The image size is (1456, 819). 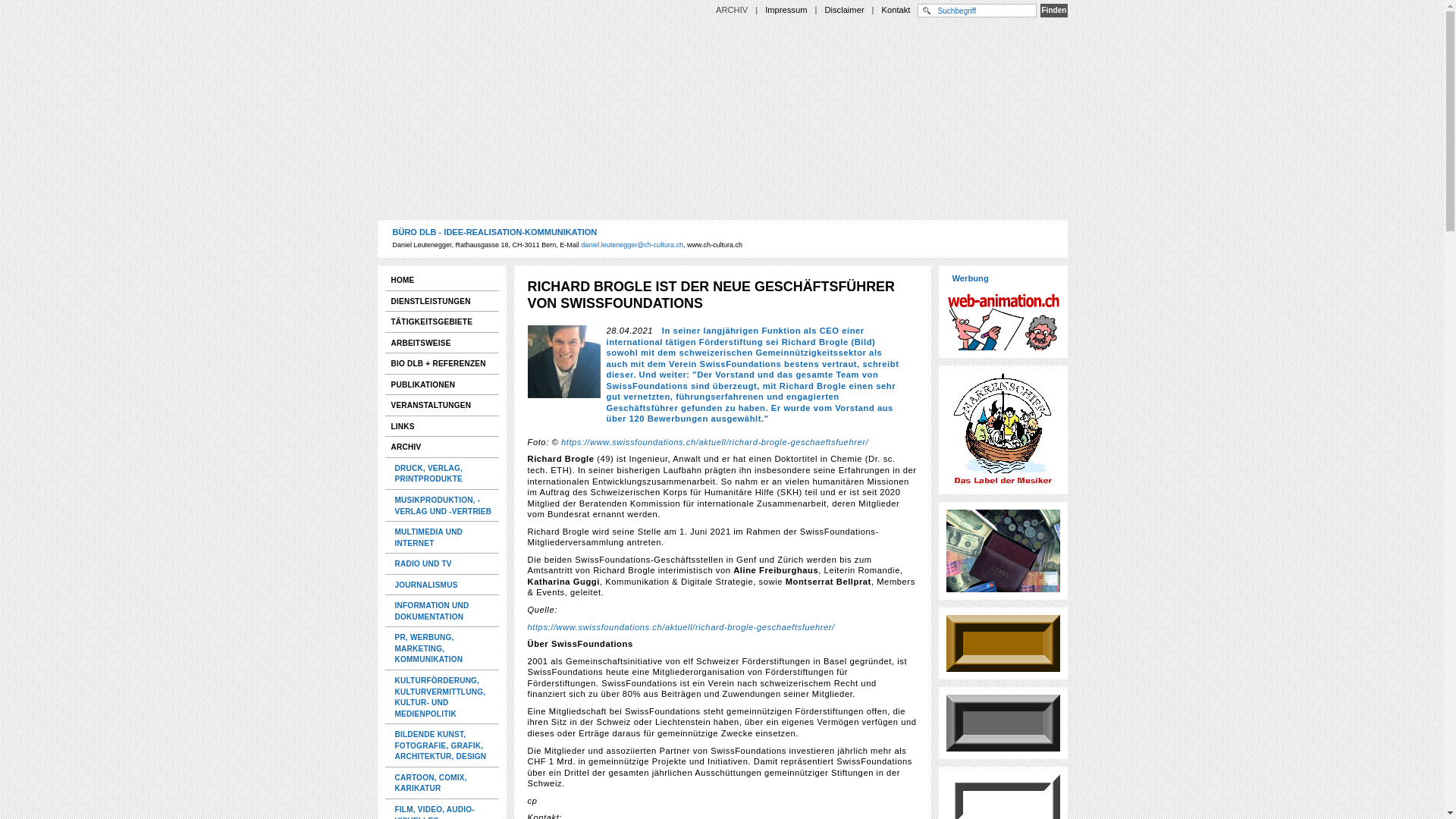 What do you see at coordinates (441, 384) in the screenshot?
I see `'PUBLIKATIONEN'` at bounding box center [441, 384].